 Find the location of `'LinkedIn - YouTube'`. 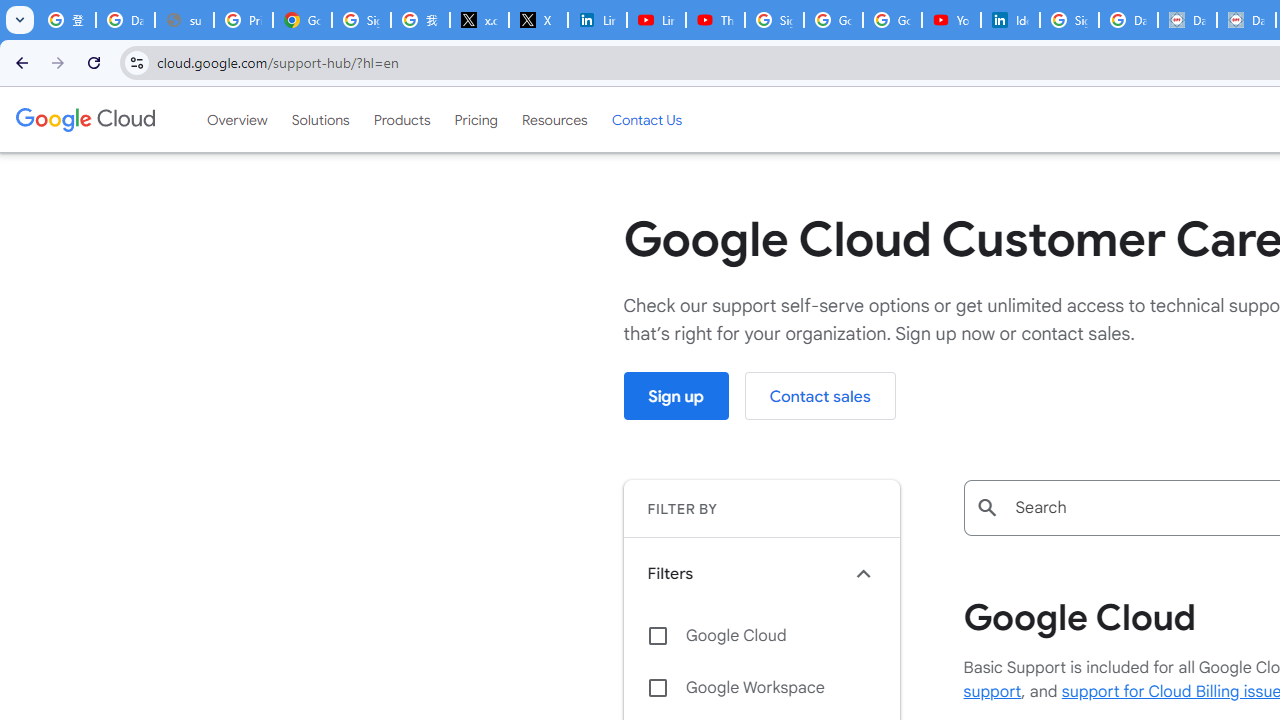

'LinkedIn - YouTube' is located at coordinates (656, 20).